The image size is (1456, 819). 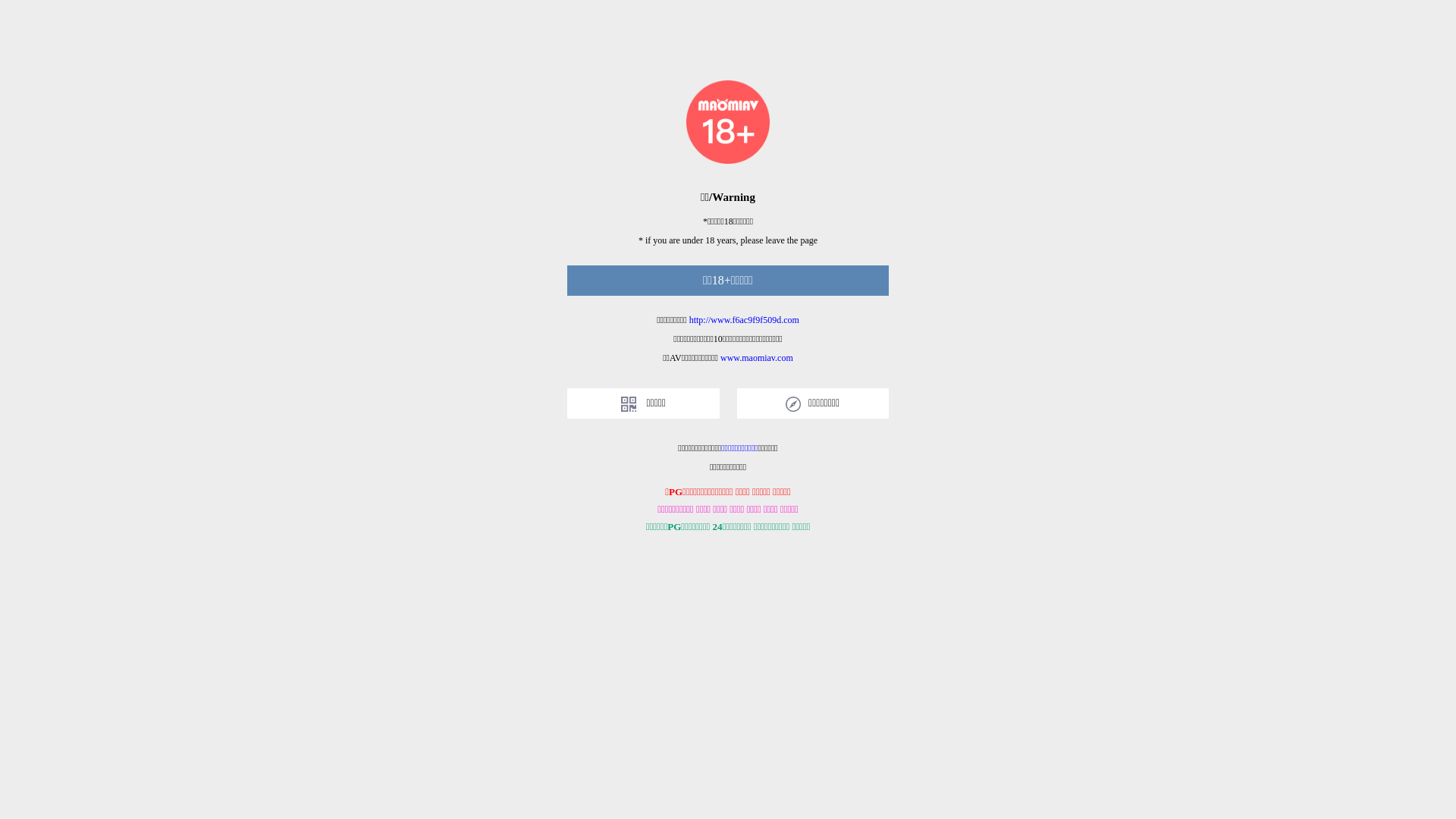 I want to click on 'http://www.f6ac9f9f509d.com', so click(x=744, y=318).